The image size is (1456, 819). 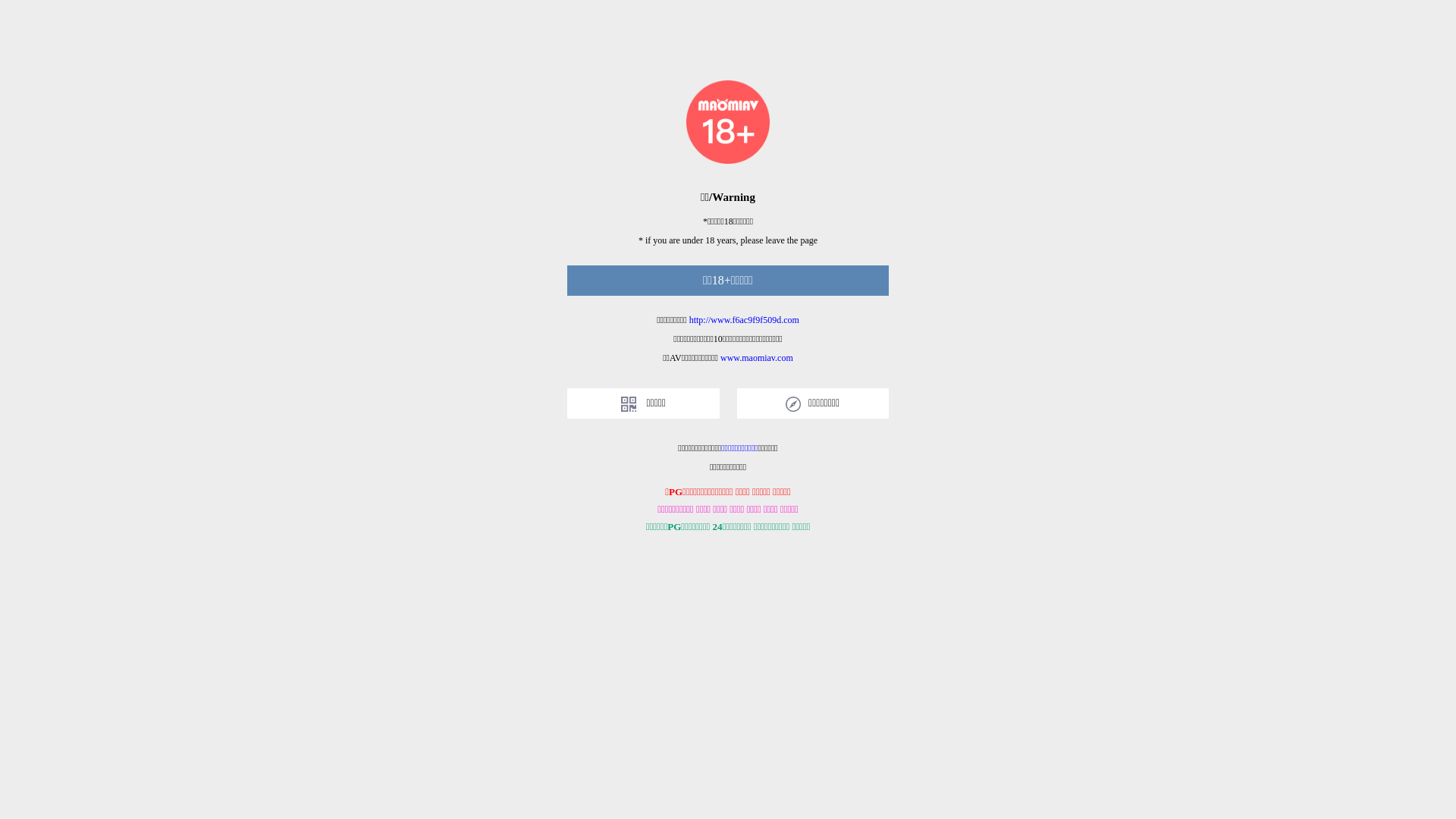 I want to click on 'http://www.f6ac9f9f509d.com', so click(x=744, y=318).